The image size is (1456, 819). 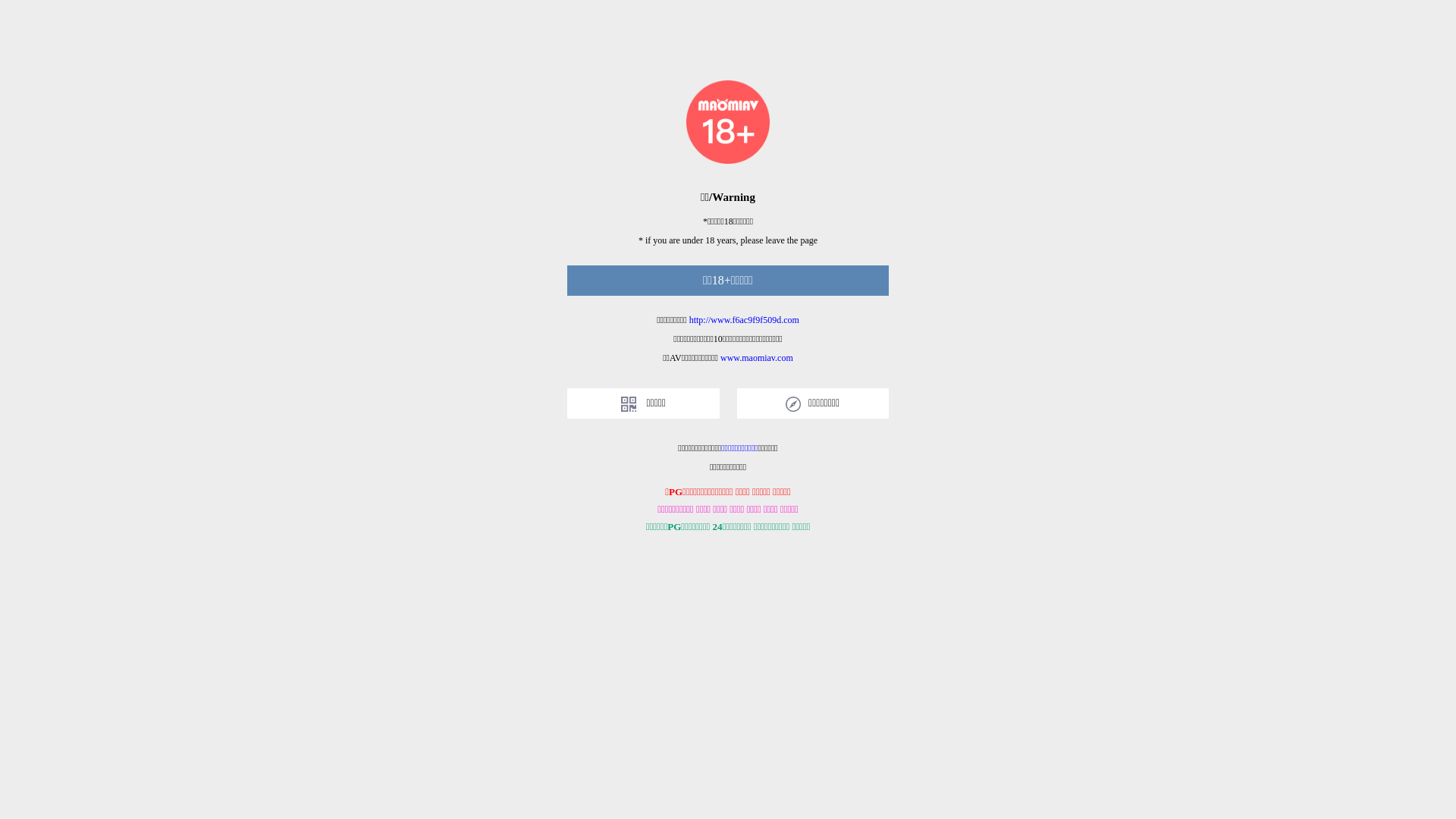 I want to click on 'http://www.f6ac9f9f509d.com', so click(x=744, y=318).